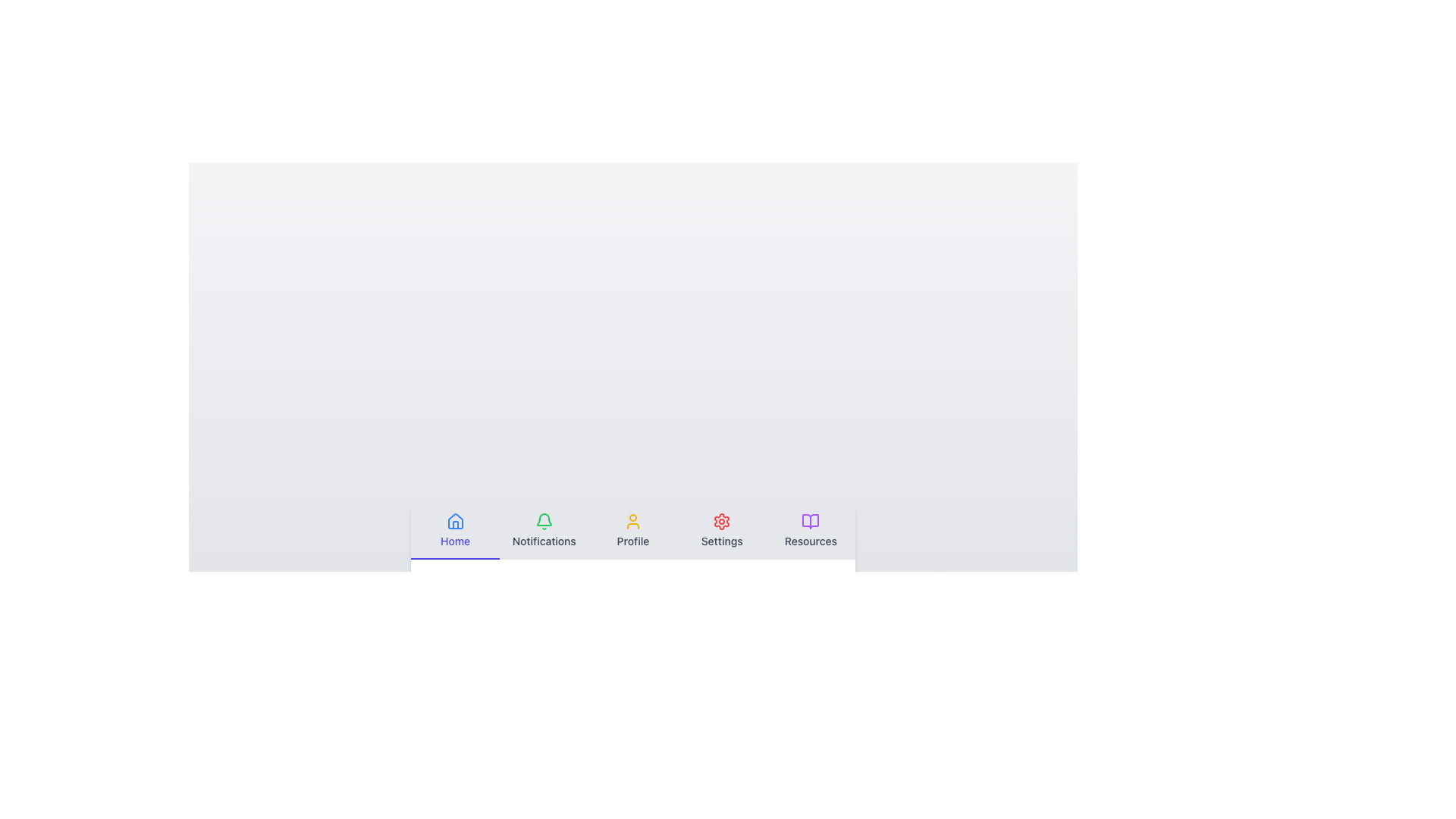  I want to click on the red gear icon button located in the navigation bar at the bottom of the interface, so click(721, 520).